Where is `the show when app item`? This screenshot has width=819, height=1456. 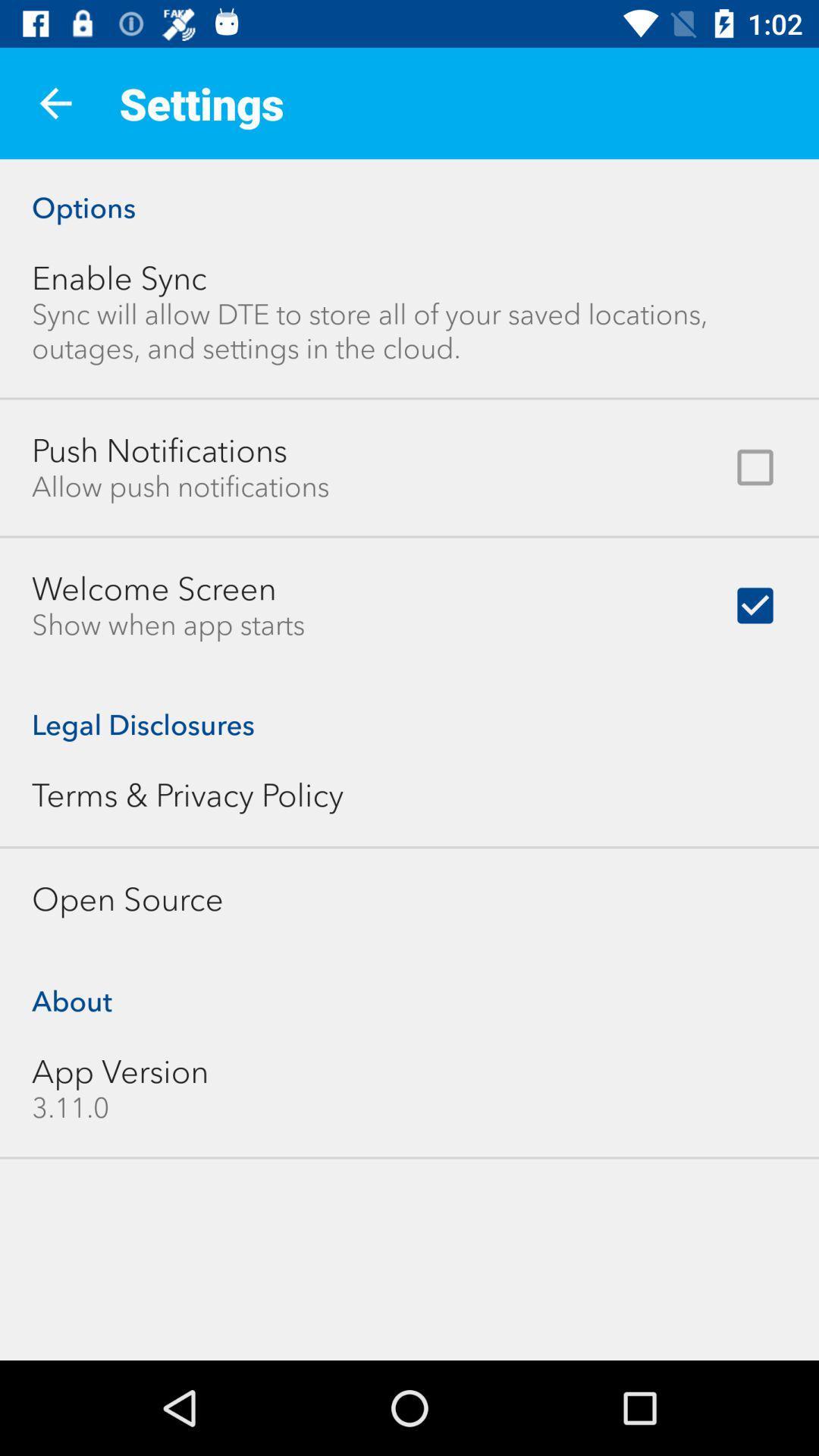
the show when app item is located at coordinates (168, 625).